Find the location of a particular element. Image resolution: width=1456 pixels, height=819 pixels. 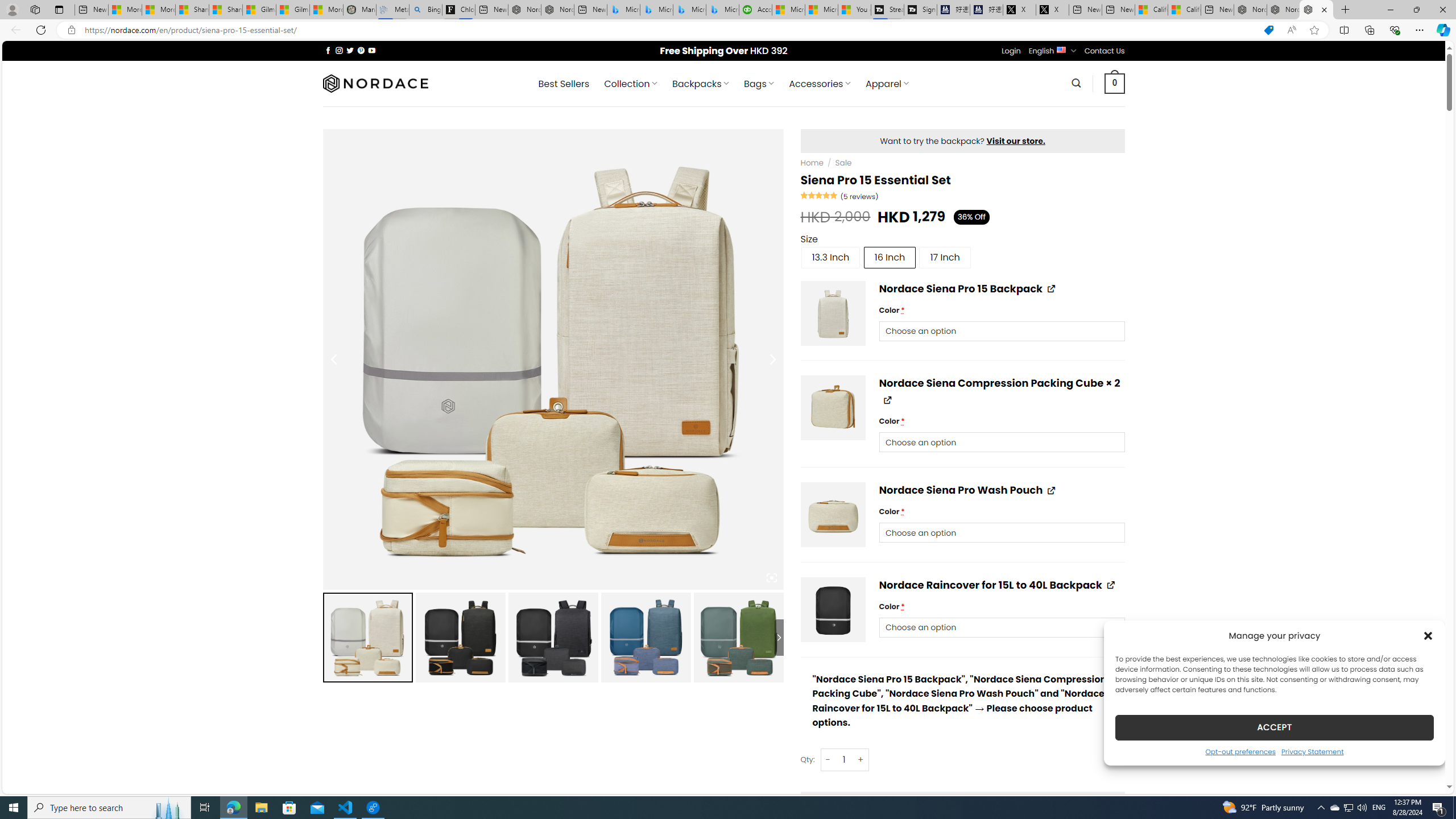

'  0  ' is located at coordinates (1115, 82).